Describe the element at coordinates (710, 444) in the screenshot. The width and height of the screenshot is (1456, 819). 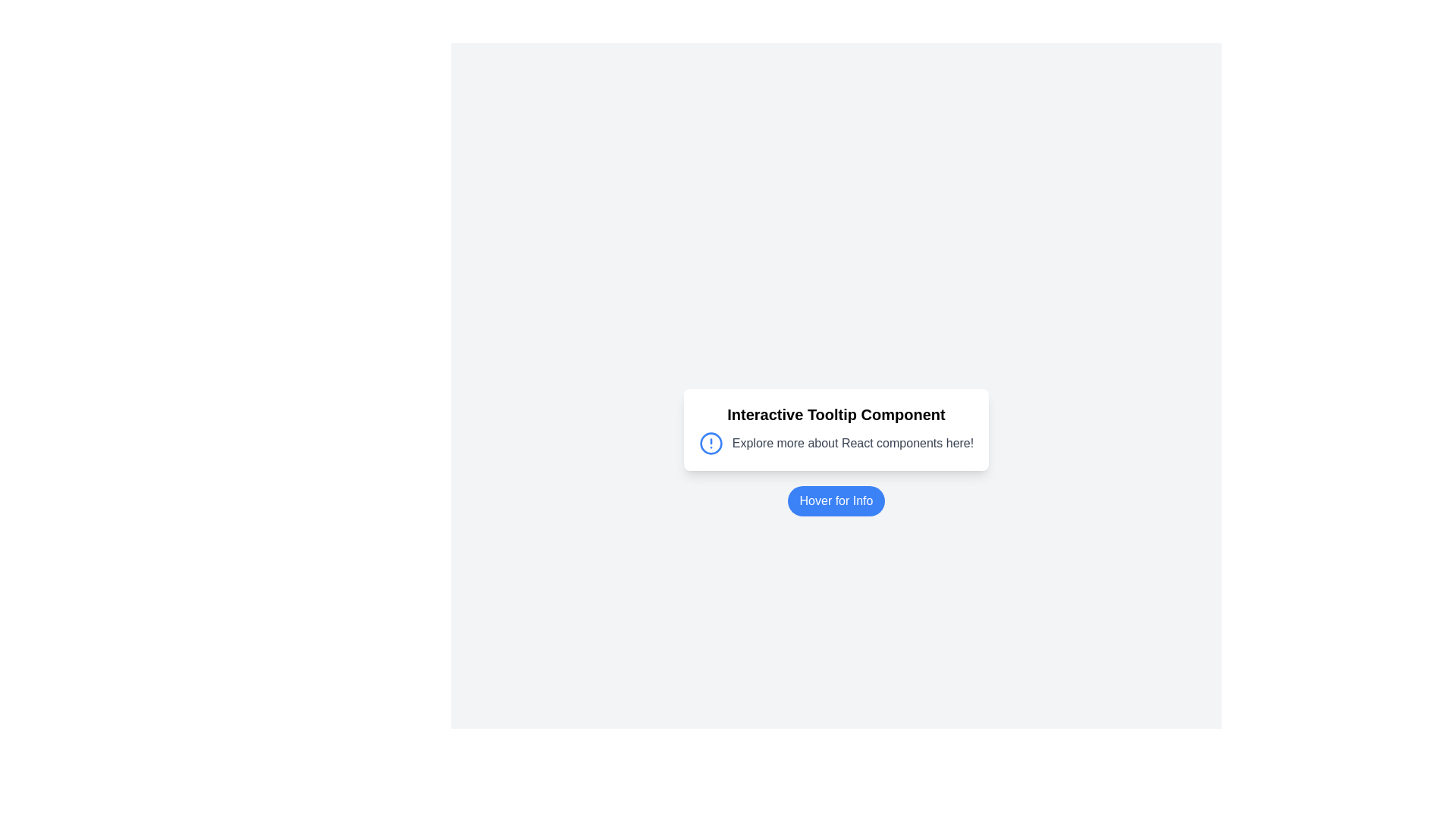
I see `the SVG Circle element that serves as a visual indicator for alert or attention, located to the left of the 'Interactive Tooltip Component' text in the card-like component` at that location.